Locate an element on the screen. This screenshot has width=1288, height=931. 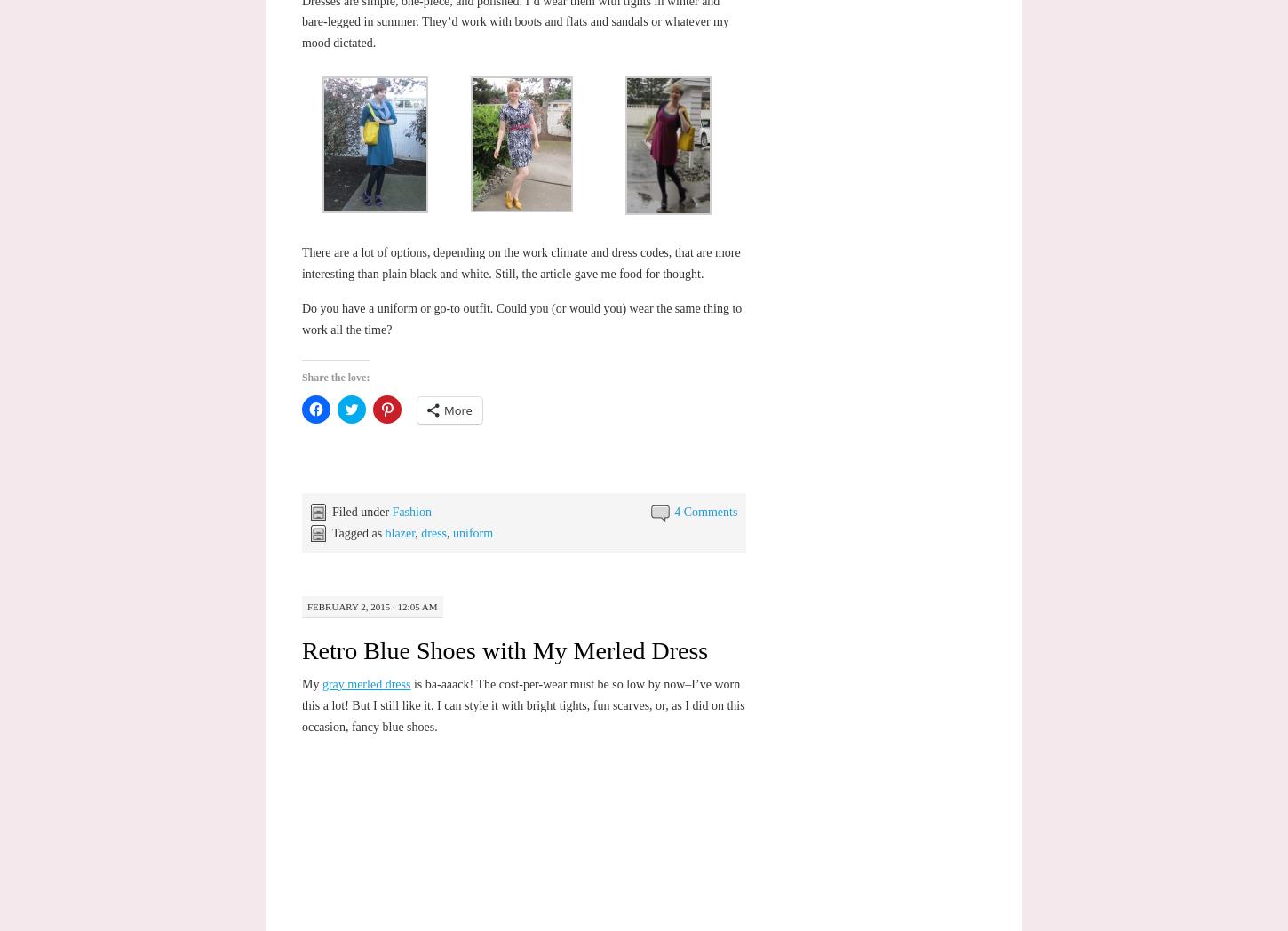
'Tagged as' is located at coordinates (330, 532).